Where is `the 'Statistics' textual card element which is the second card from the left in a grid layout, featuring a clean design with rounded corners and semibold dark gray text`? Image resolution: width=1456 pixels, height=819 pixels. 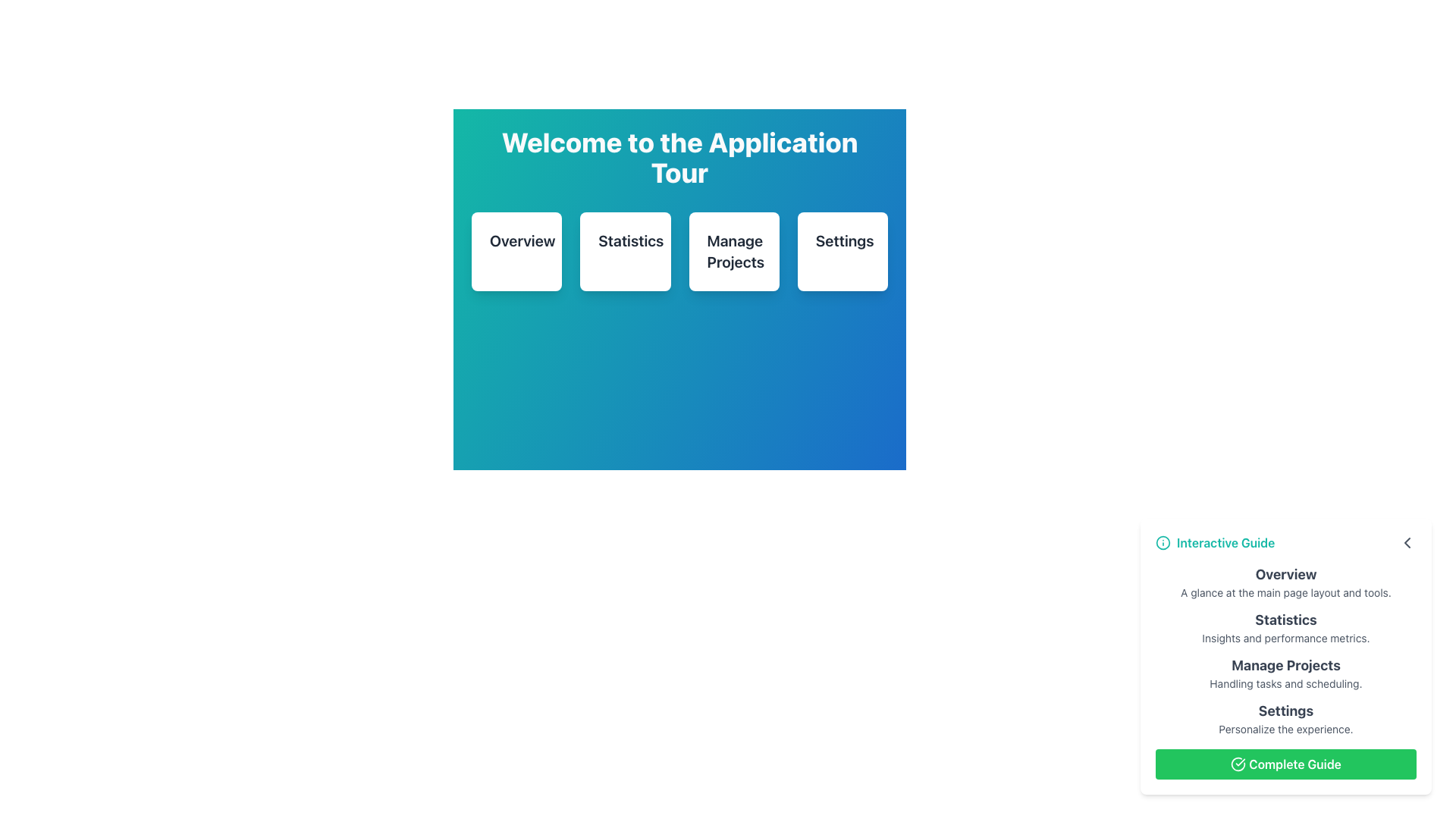 the 'Statistics' textual card element which is the second card from the left in a grid layout, featuring a clean design with rounded corners and semibold dark gray text is located at coordinates (625, 250).